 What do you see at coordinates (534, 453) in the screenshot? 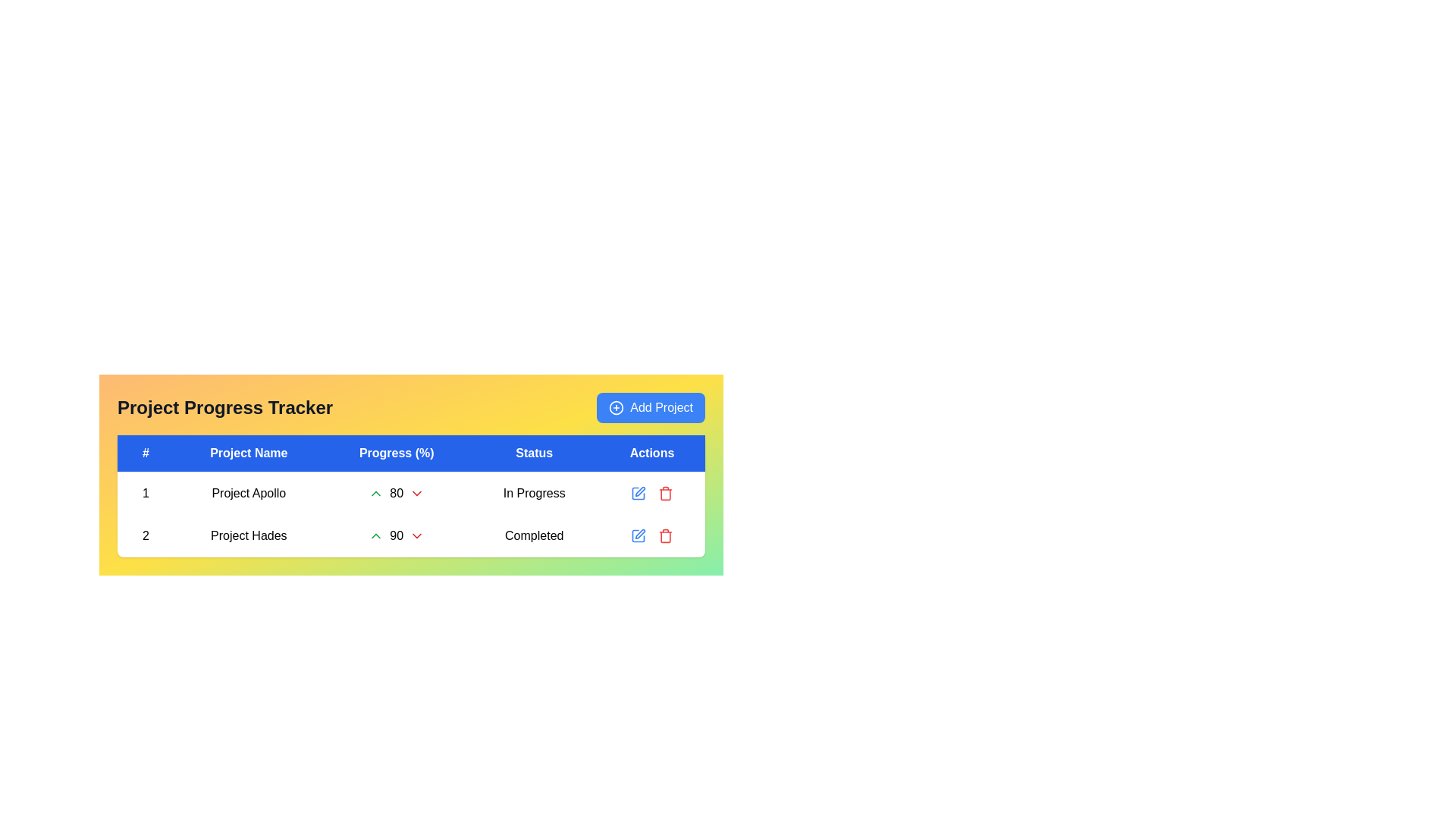
I see `the 'Status' text label element, which is a rectangular button-like component with a blue background and white text, located in the header row of a table` at bounding box center [534, 453].